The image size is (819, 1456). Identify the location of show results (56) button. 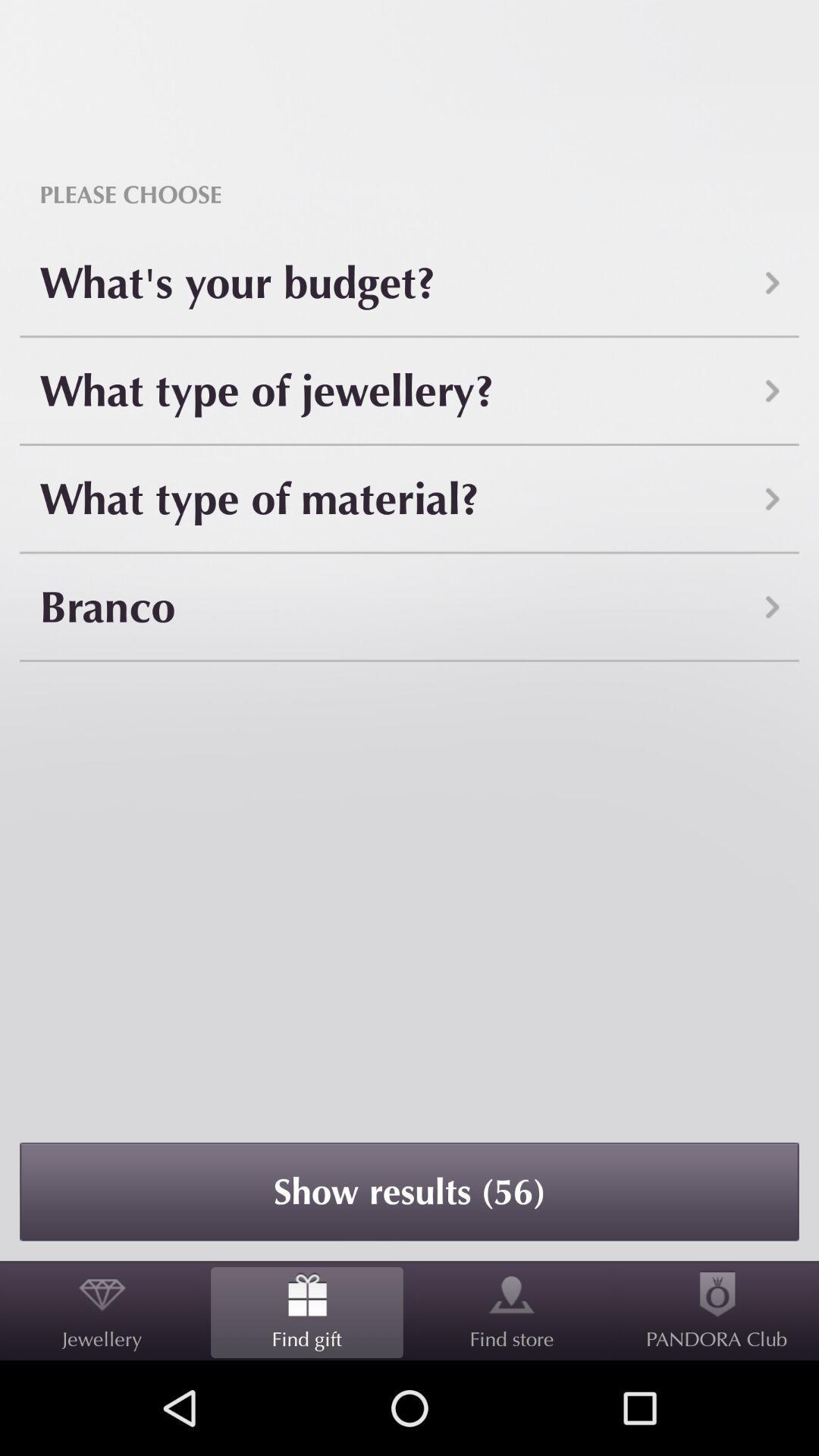
(409, 1191).